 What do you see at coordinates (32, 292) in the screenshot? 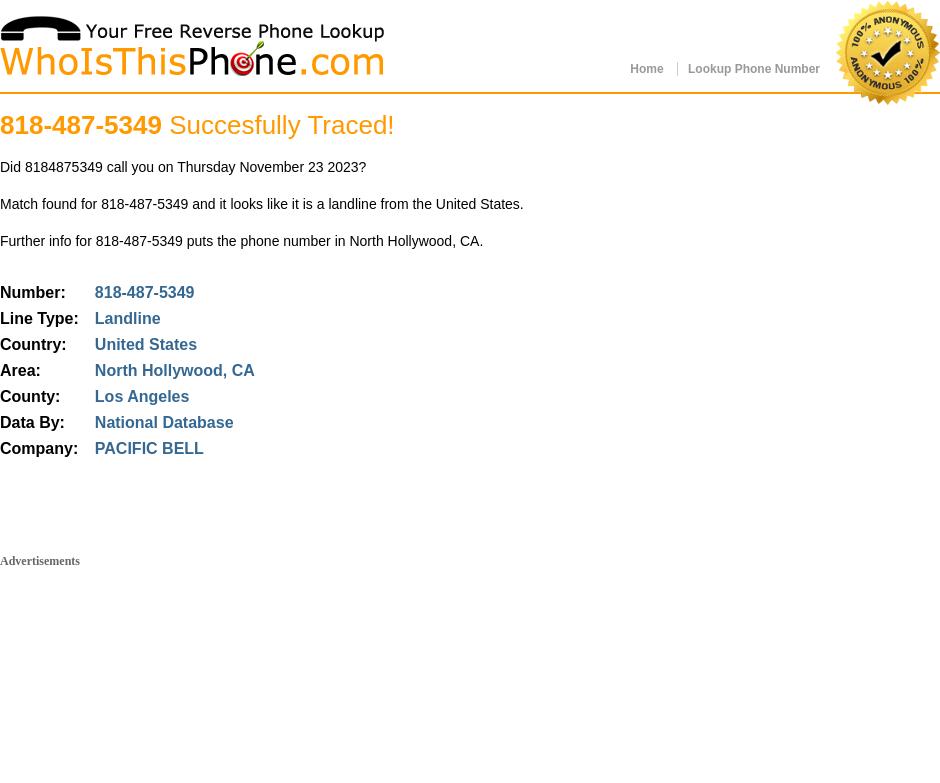
I see `'Number:'` at bounding box center [32, 292].